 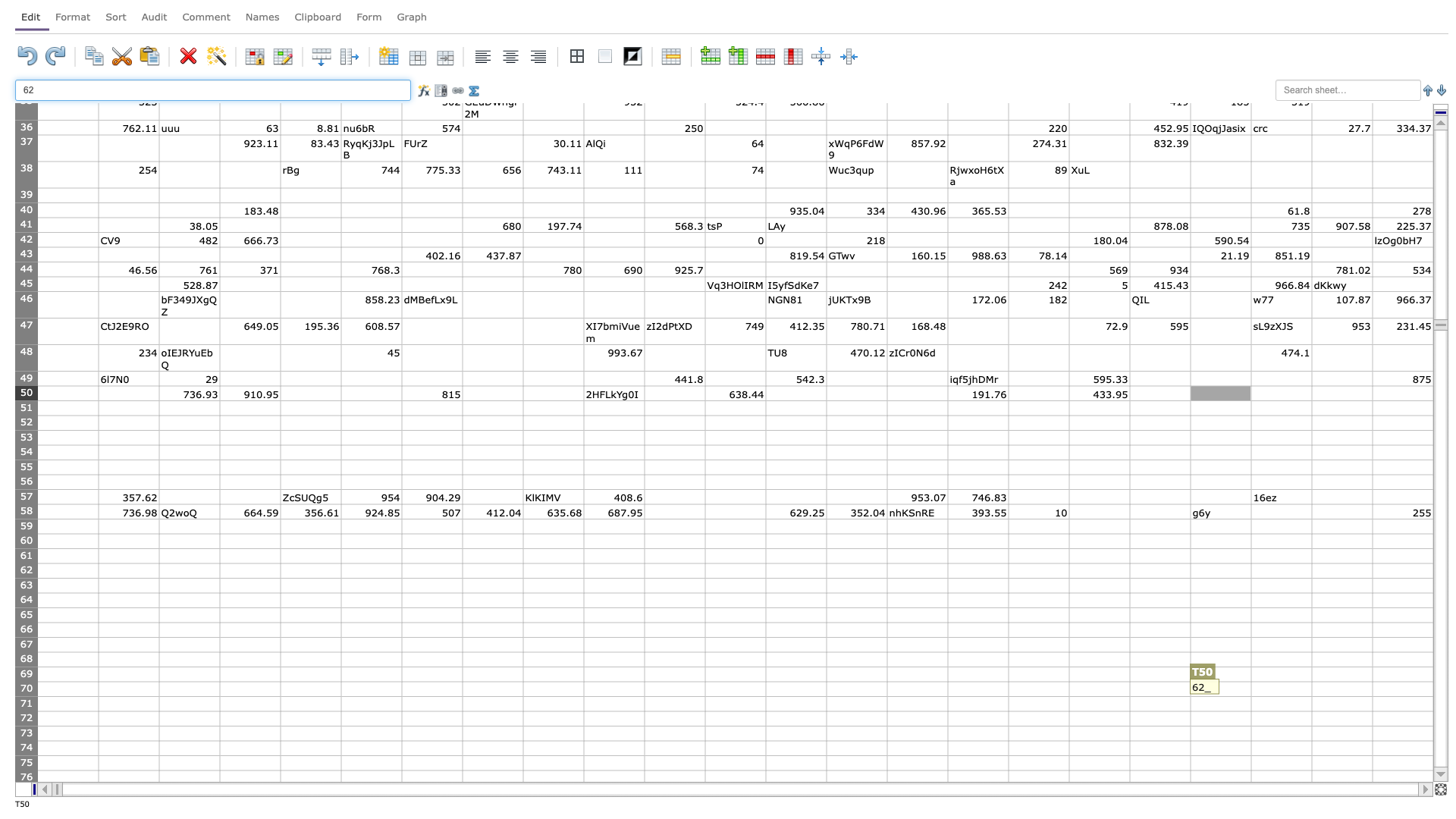 What do you see at coordinates (1432, 696) in the screenshot?
I see `fill handle of W70` at bounding box center [1432, 696].